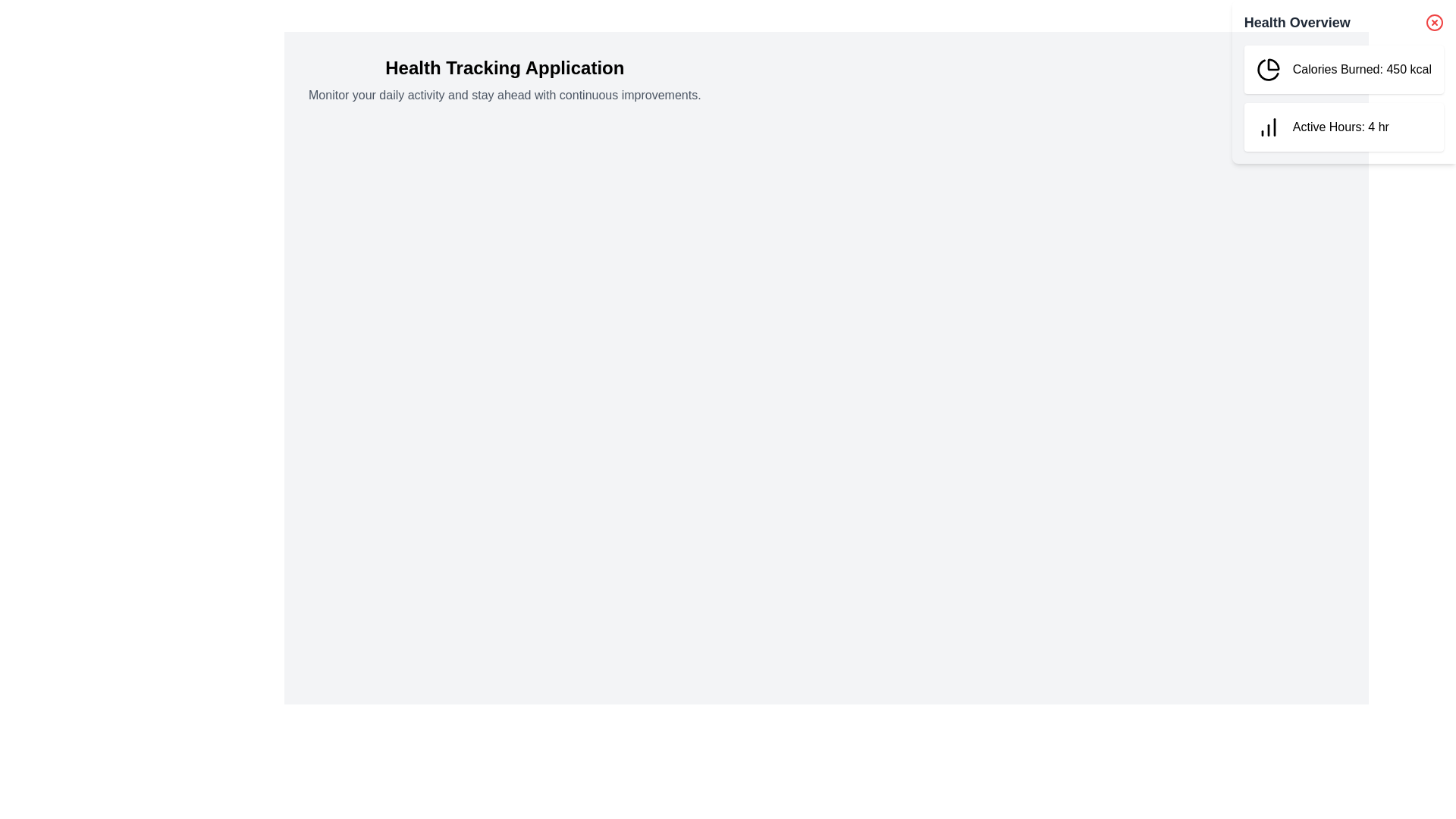 The height and width of the screenshot is (819, 1456). I want to click on information displayed on the text label that reads 'Active Hours: 4 hr', which is located within the second card of the 'Health Overview' section, positioned to the right of a vertical bar chart icon, so click(1341, 127).